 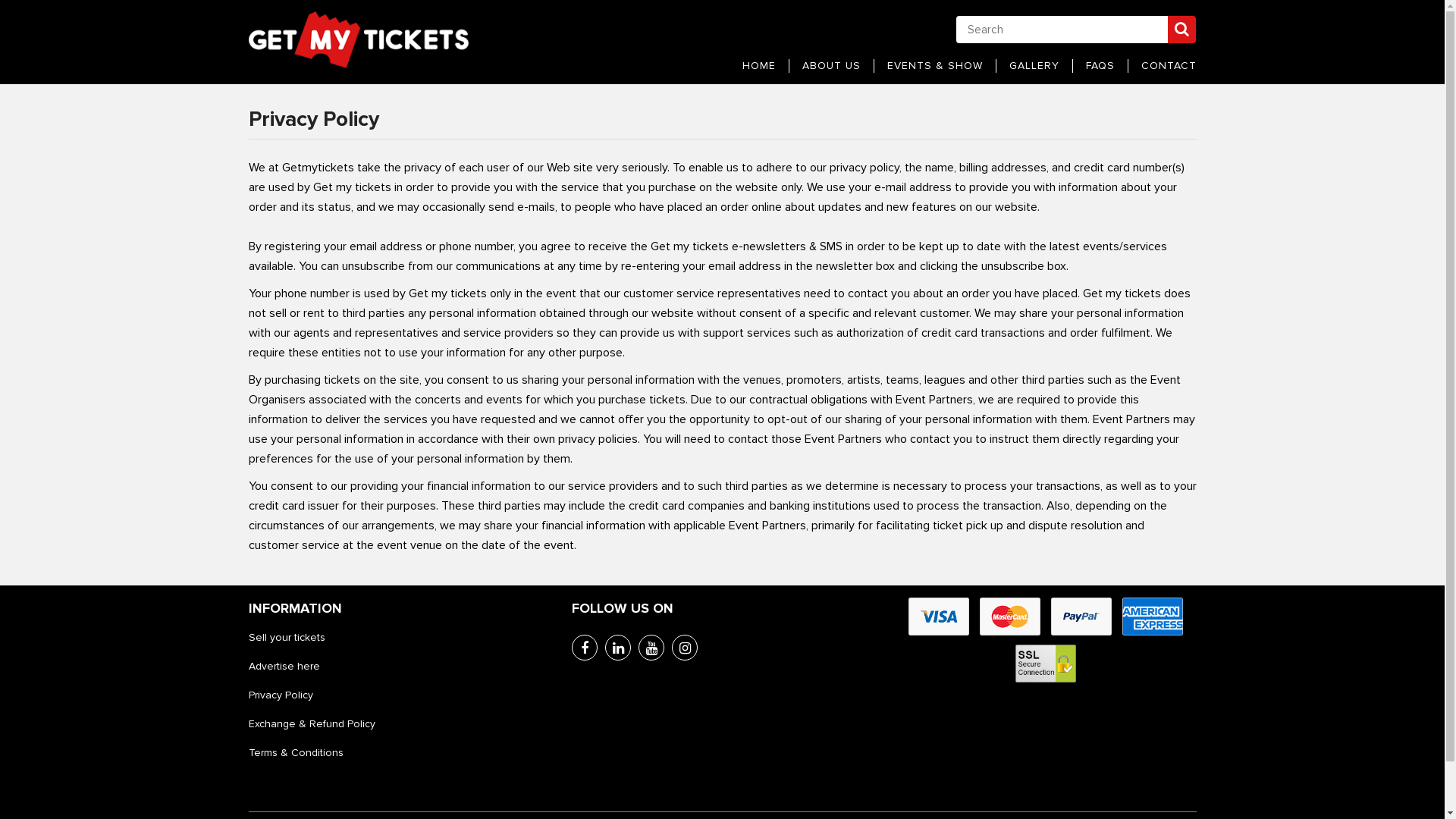 I want to click on 'Privacy Policy', so click(x=281, y=695).